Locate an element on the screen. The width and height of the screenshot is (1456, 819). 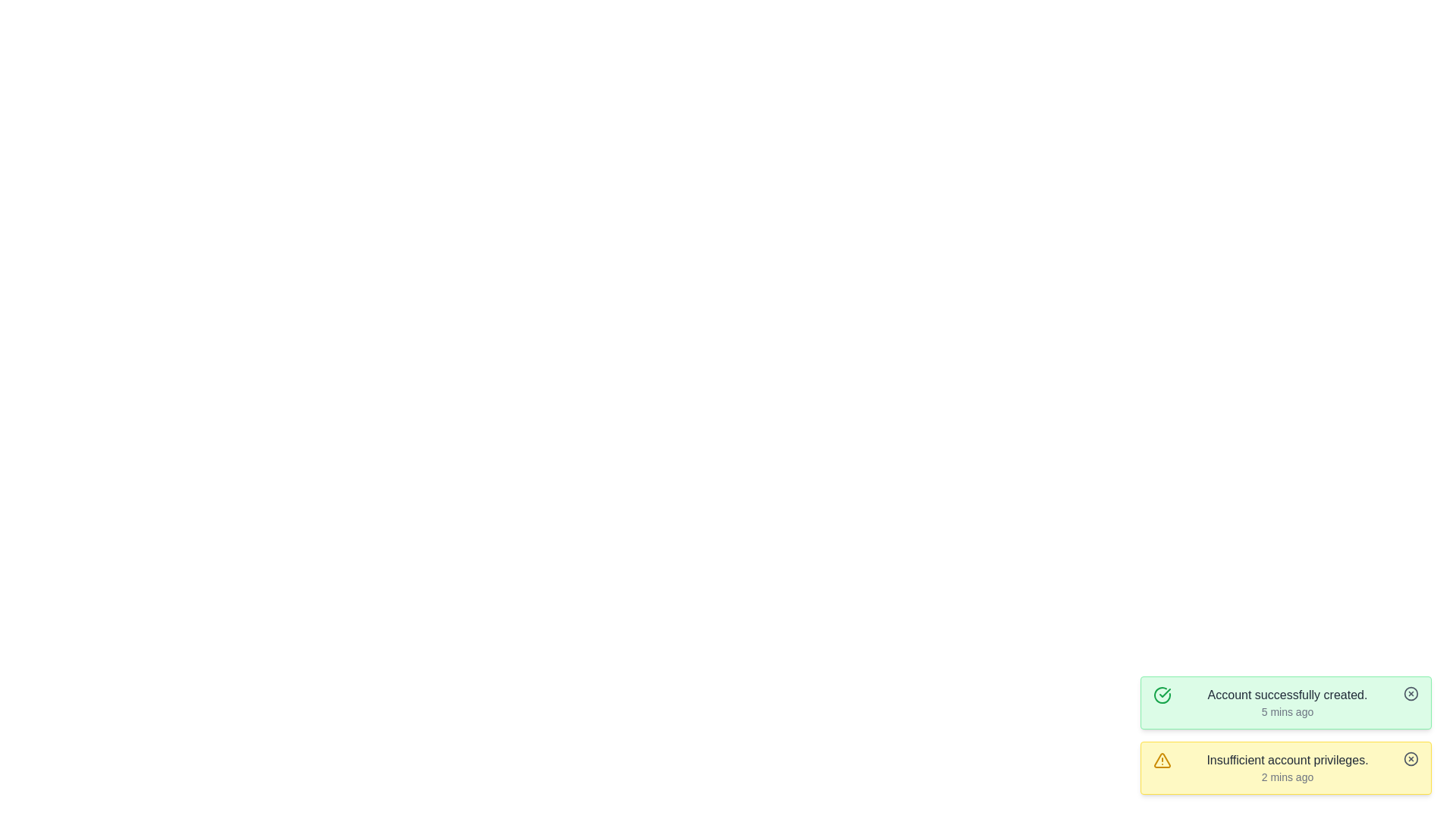
the text label displaying '2 mins ago', which is located beneath the message 'Insufficient account privileges.' in the yellow notification box is located at coordinates (1287, 777).